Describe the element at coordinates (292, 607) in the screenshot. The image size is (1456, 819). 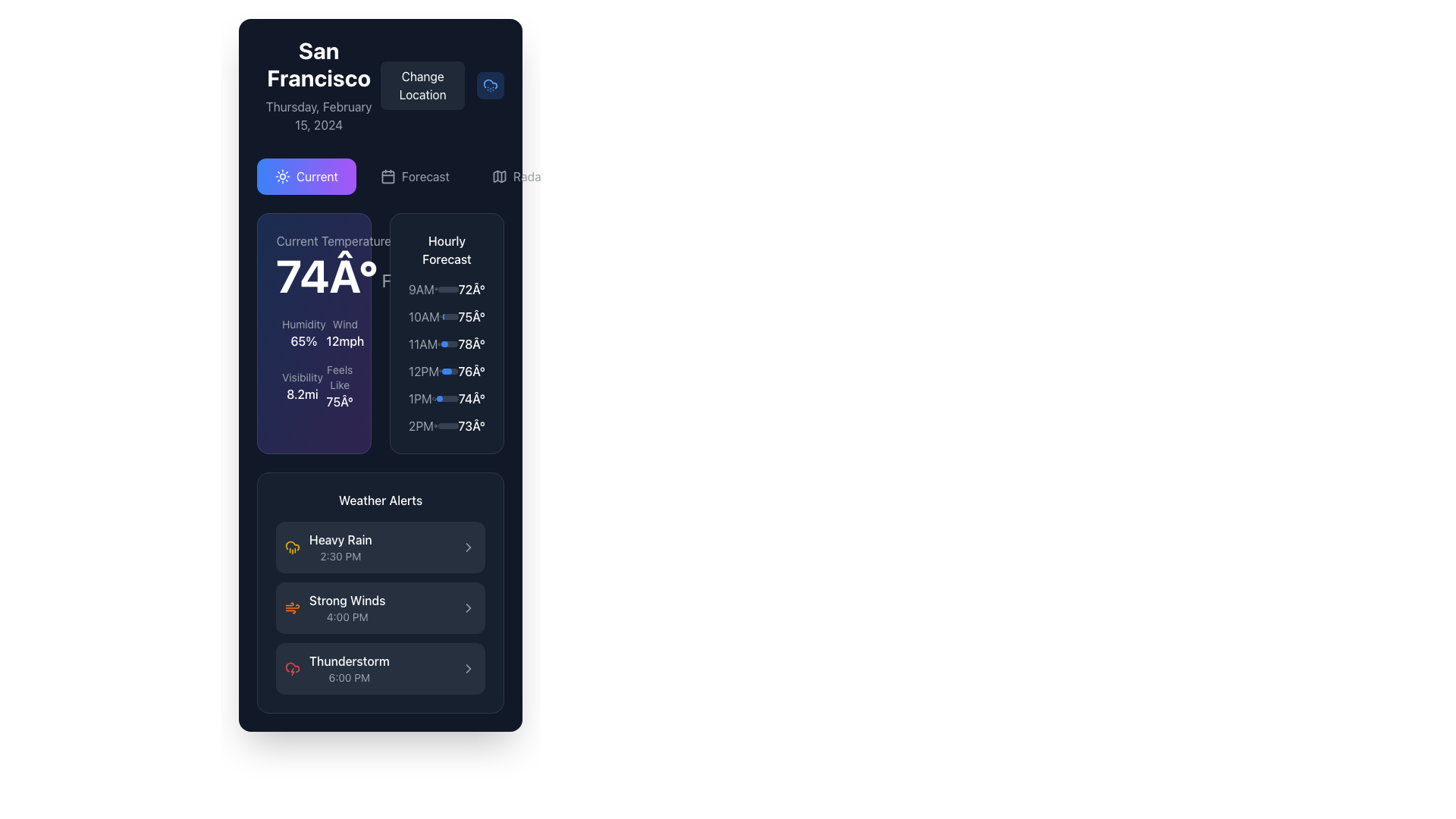
I see `the weather icon representing wind, which is styled in orange and located to the left of the 'Strong Winds' weather alert in the 'Weather Alerts' section` at that location.